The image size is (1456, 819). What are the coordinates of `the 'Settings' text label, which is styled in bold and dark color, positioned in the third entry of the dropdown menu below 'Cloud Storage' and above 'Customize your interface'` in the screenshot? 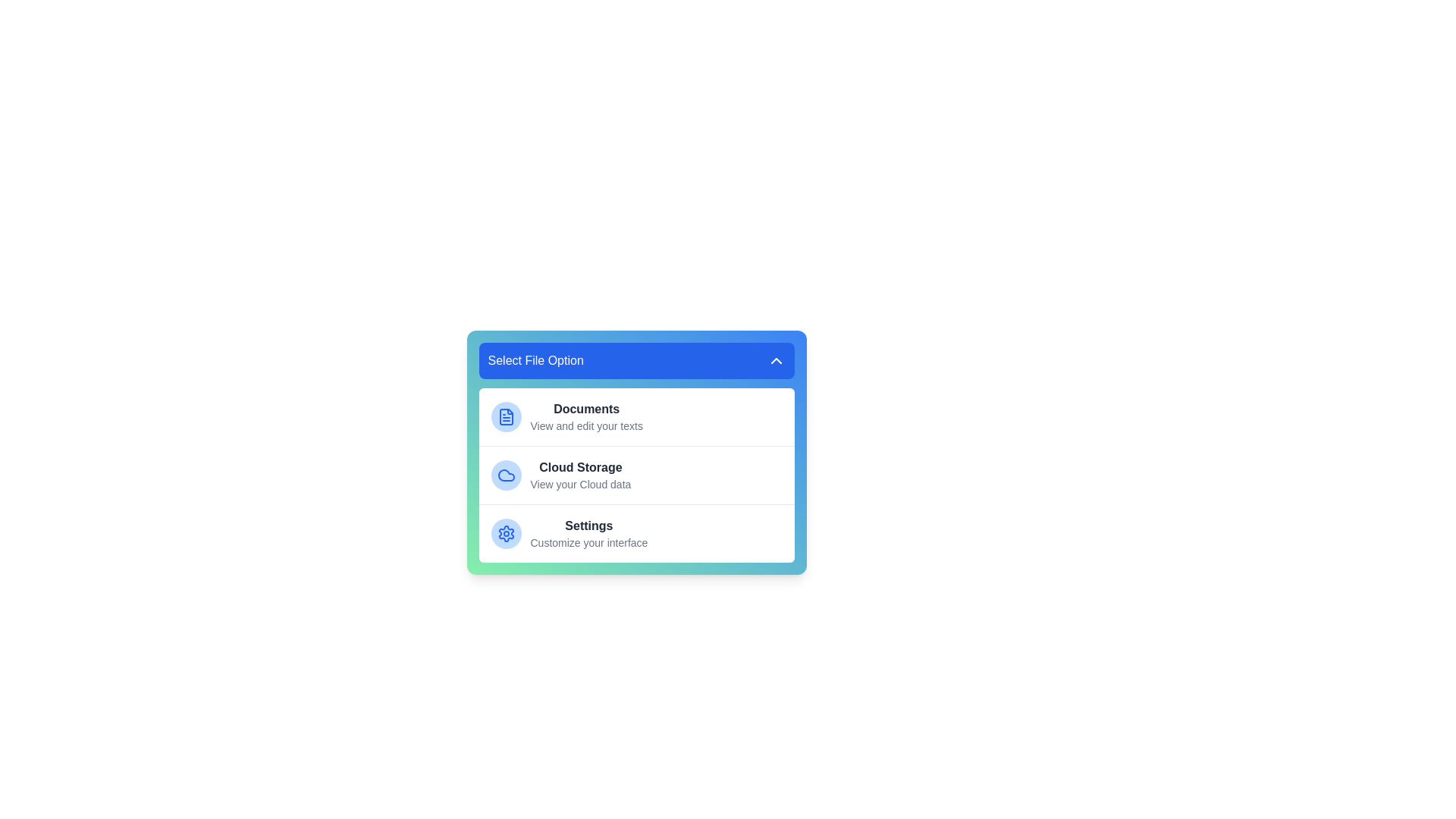 It's located at (588, 526).